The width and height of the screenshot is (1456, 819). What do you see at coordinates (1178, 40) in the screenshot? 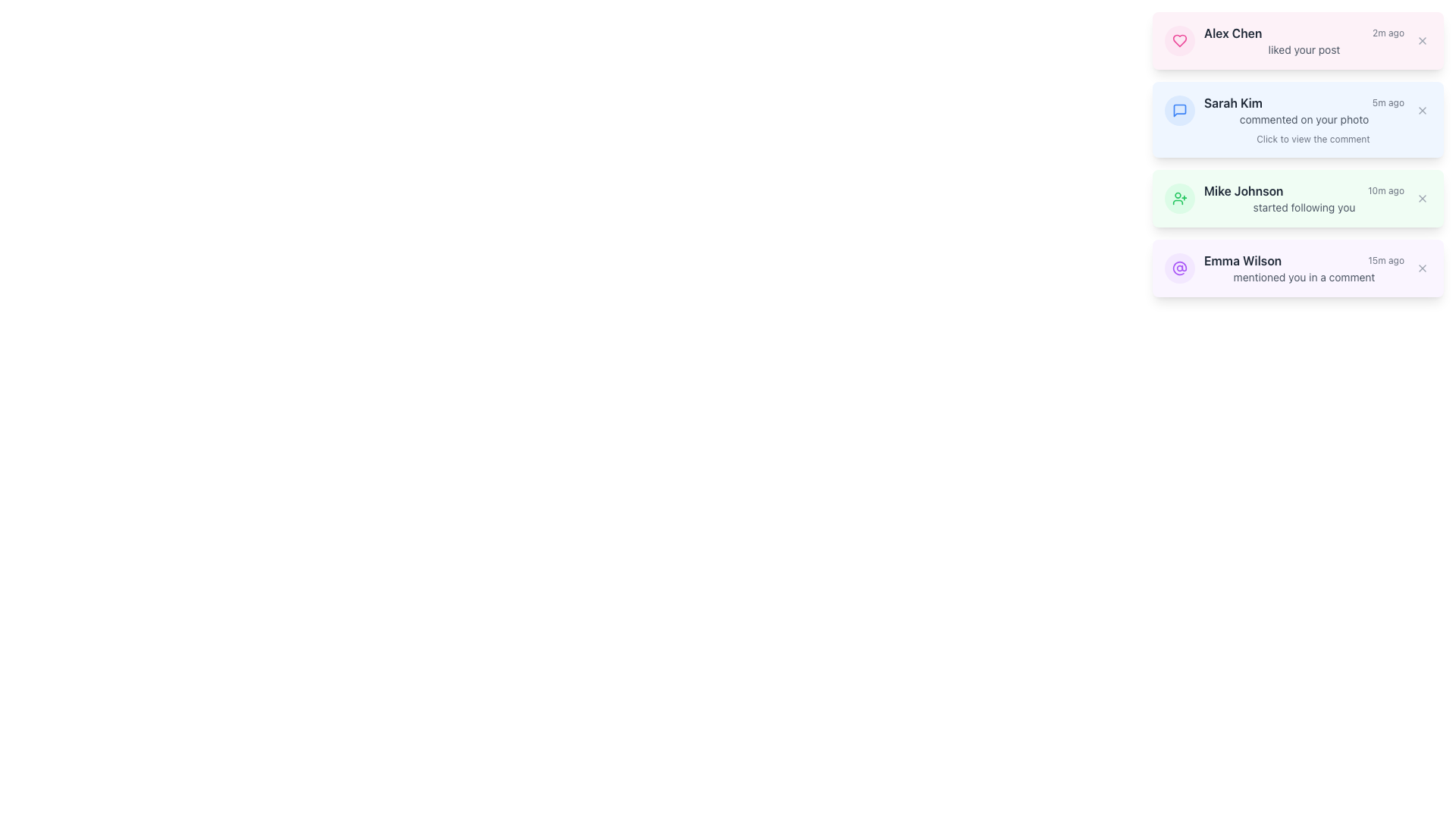
I see `the heart-shaped icon filled with a pink shade` at bounding box center [1178, 40].